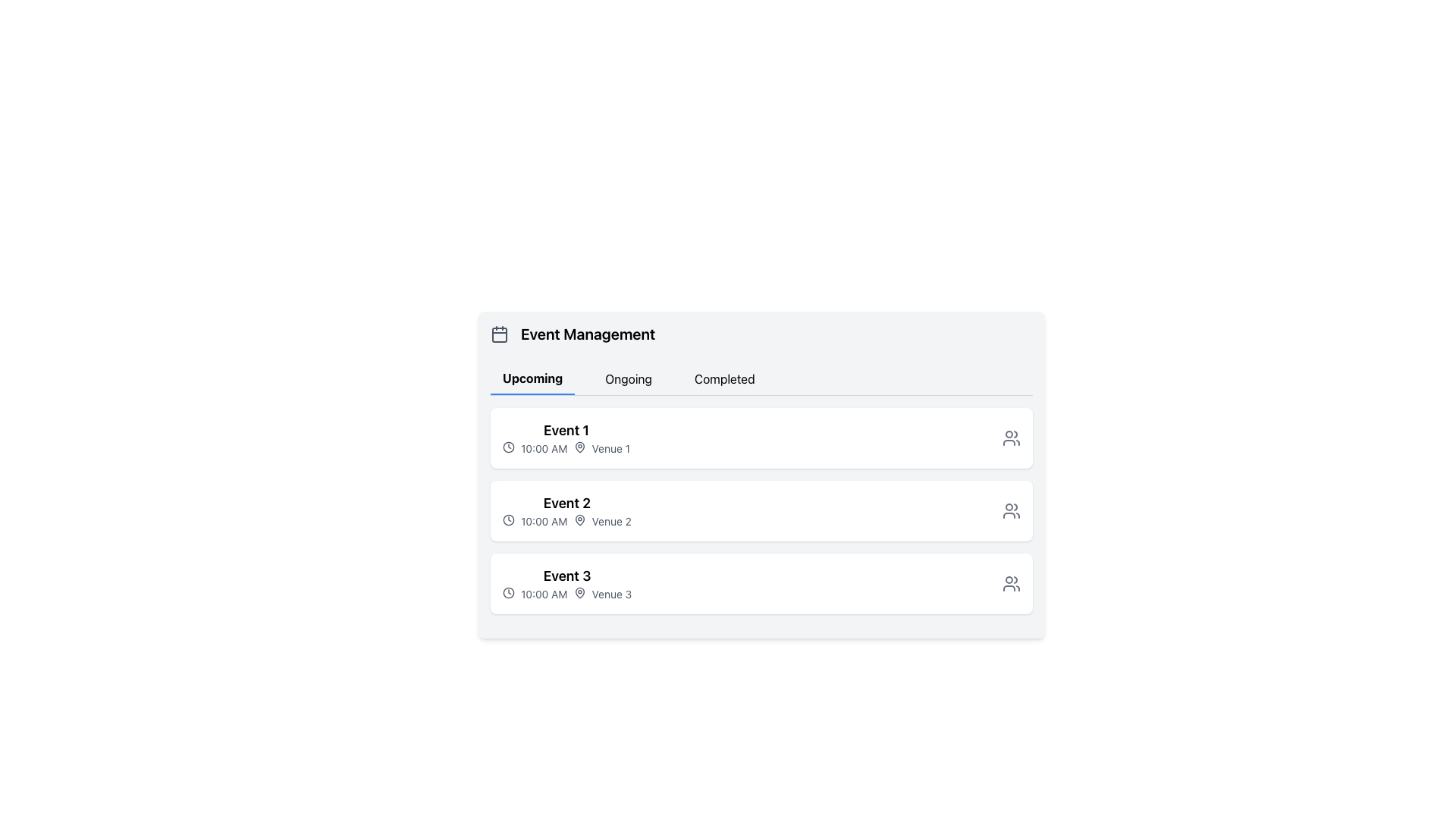  What do you see at coordinates (579, 519) in the screenshot?
I see `the venue marker icon located in the second event entry ('Event 2') in the 'Upcoming' events list, positioned between '10:00 AM' and 'Venue 2'` at bounding box center [579, 519].